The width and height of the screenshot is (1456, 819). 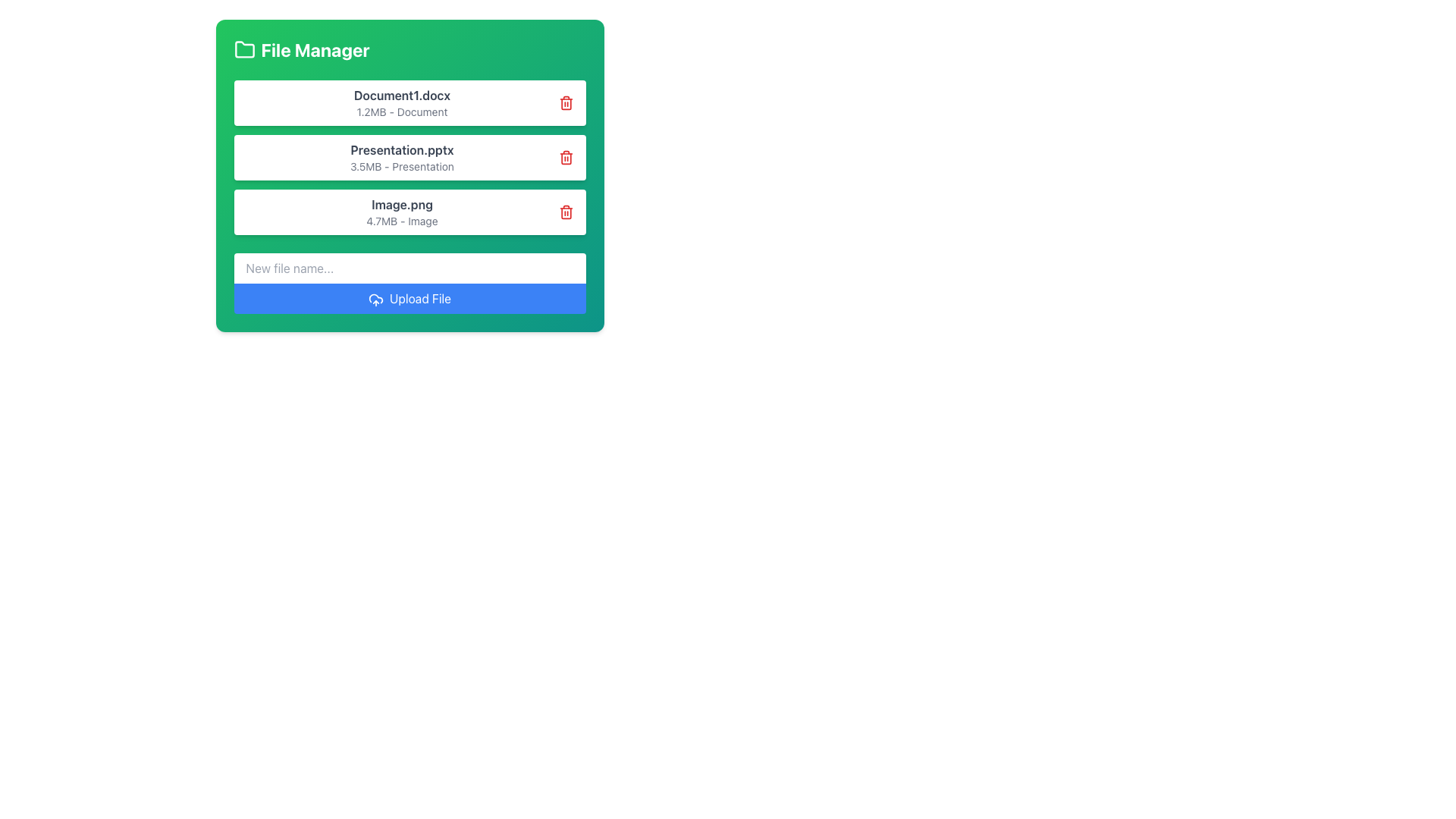 What do you see at coordinates (402, 111) in the screenshot?
I see `the informational text label displaying file metadata ('1.2MB' and 'Document') located directly below the filename 'Document1.docx' in the first file entry` at bounding box center [402, 111].